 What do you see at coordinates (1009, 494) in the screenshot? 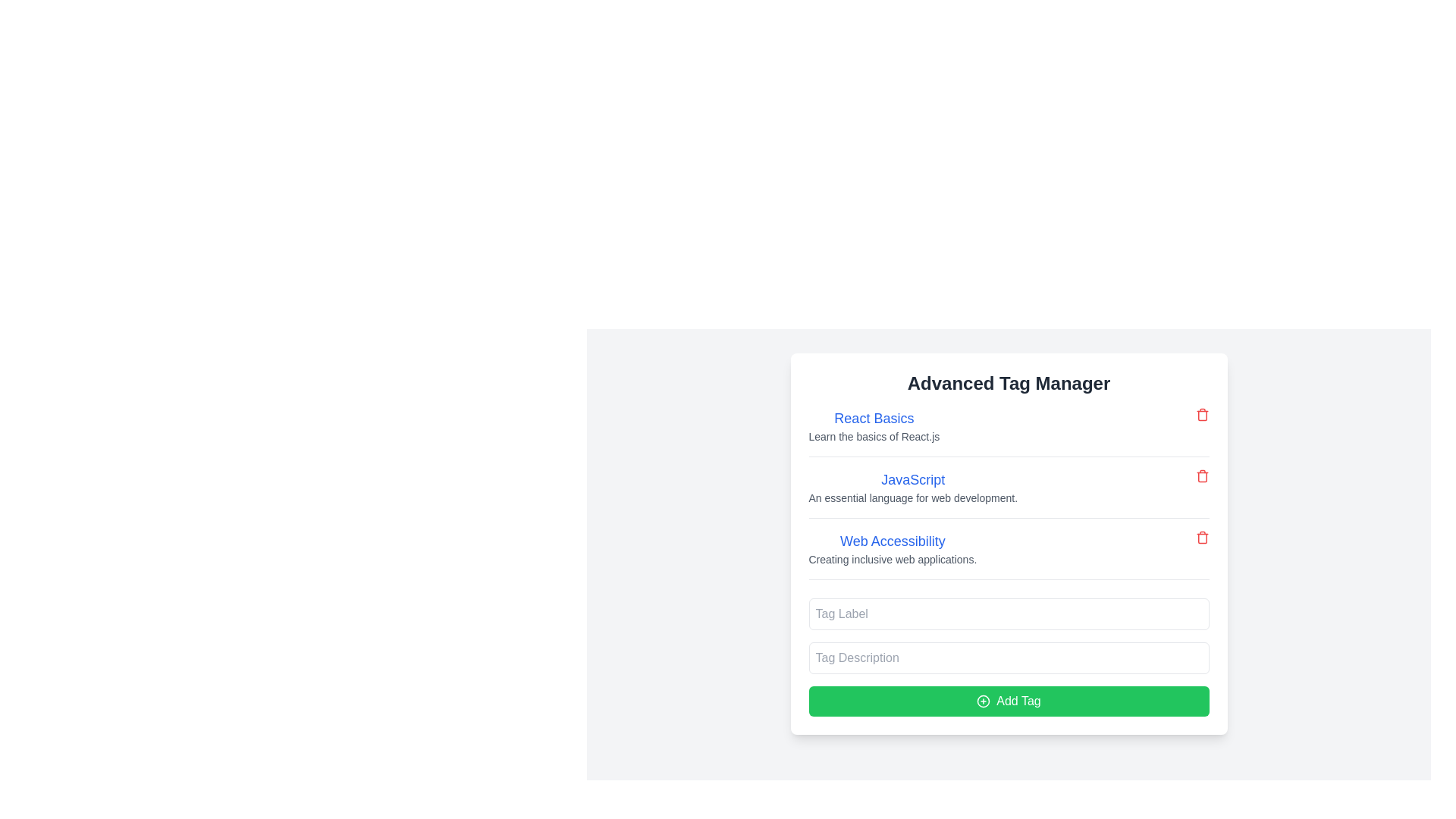
I see `the composite text block containing the title 'JavaScript' and subtitle 'An essential language for web development'` at bounding box center [1009, 494].